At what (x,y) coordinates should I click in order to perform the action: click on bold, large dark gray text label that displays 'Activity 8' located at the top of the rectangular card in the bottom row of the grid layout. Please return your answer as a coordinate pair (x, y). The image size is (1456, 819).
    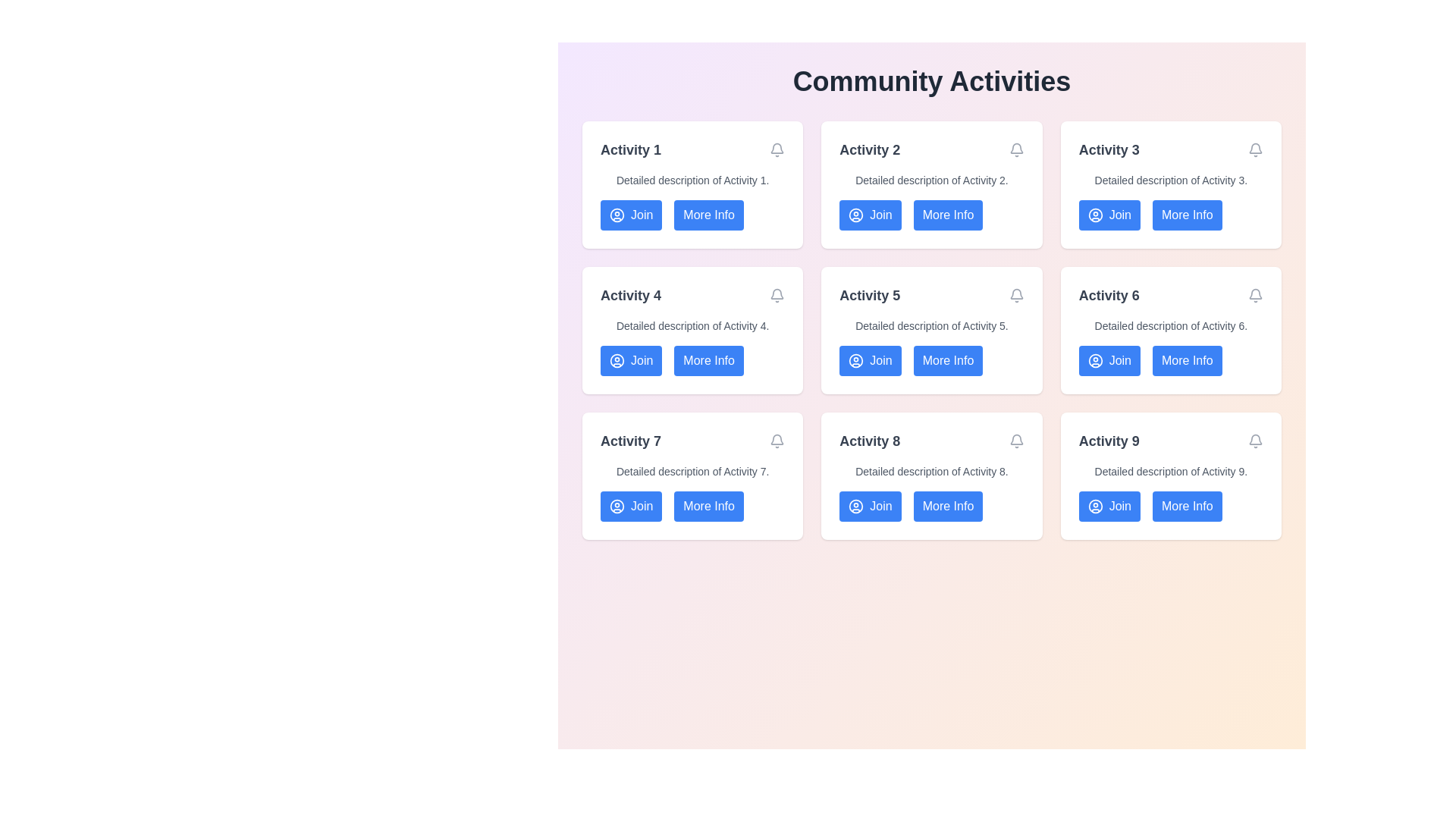
    Looking at the image, I should click on (870, 441).